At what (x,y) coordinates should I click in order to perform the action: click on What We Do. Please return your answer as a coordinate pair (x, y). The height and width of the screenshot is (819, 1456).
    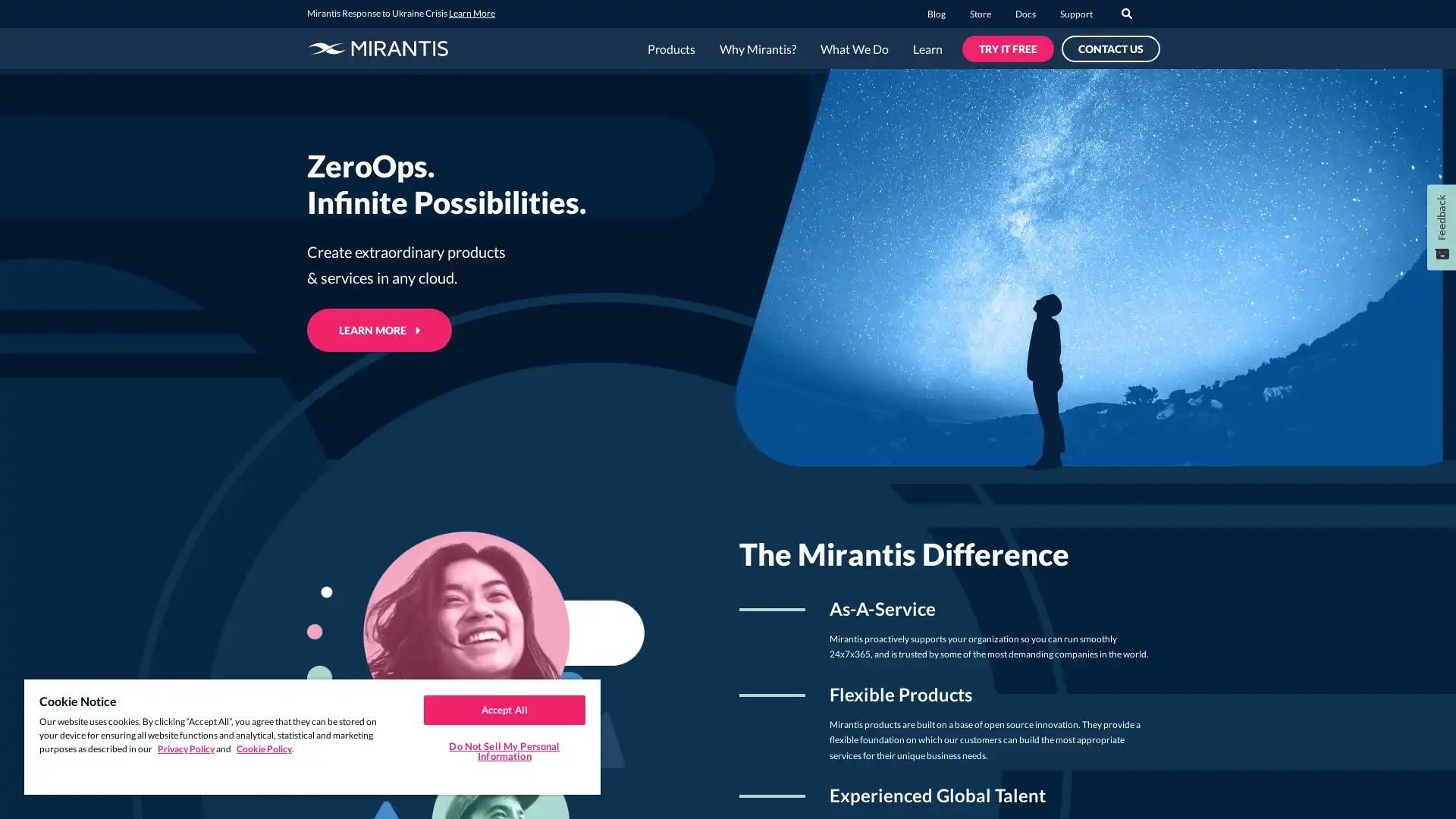
    Looking at the image, I should click on (855, 49).